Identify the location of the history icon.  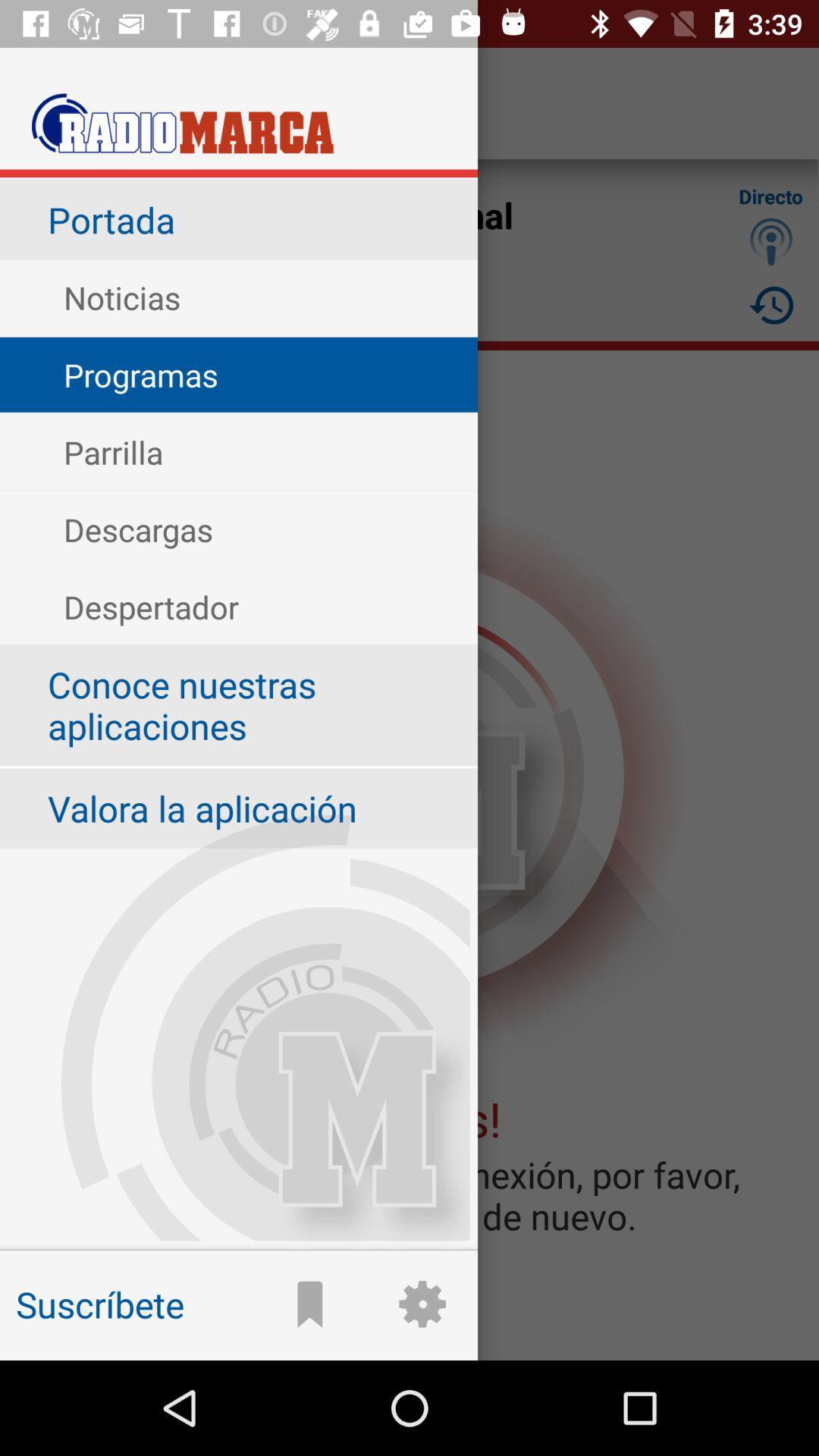
(771, 304).